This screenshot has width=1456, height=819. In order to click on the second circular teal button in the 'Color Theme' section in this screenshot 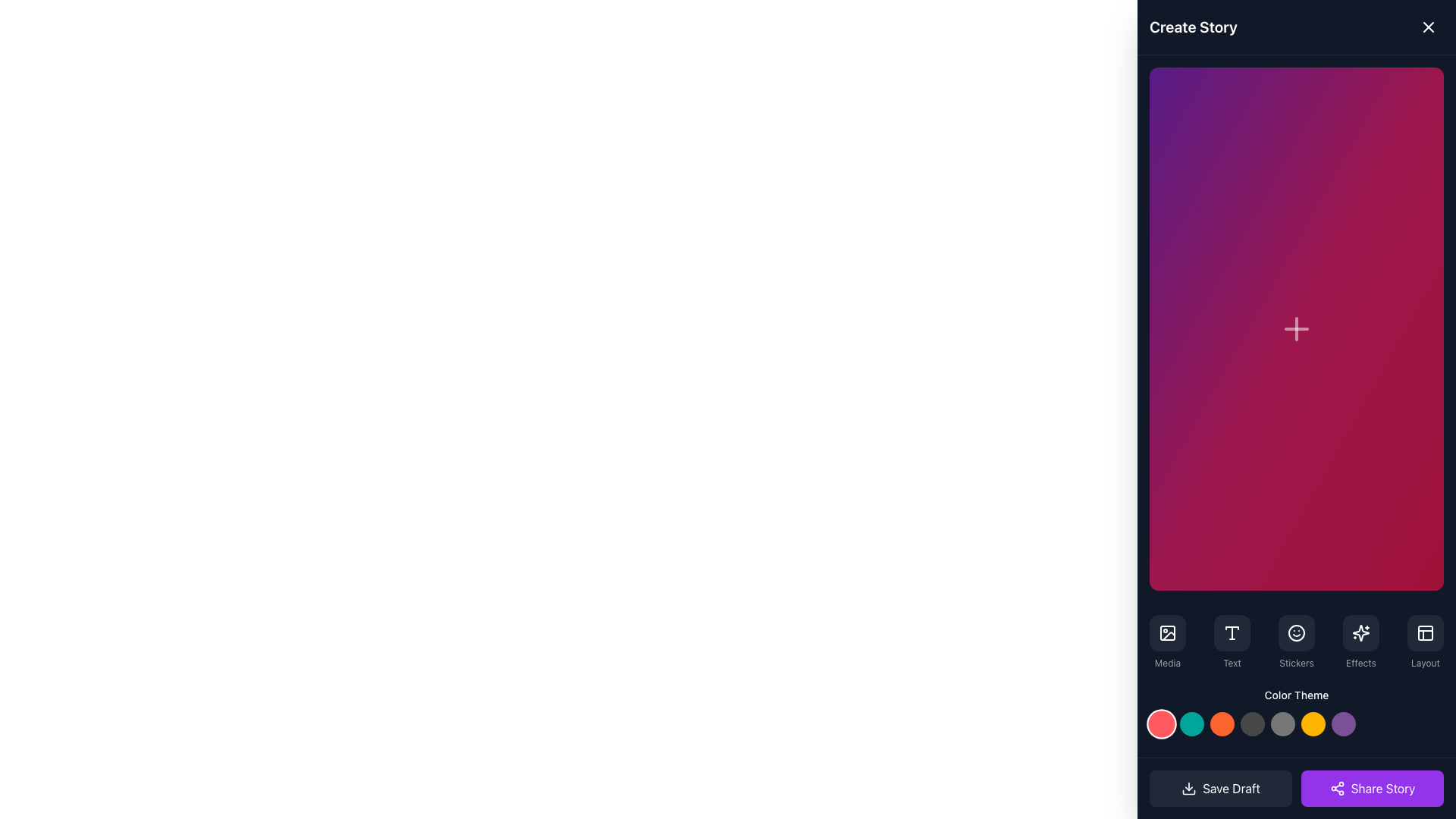, I will do `click(1191, 722)`.